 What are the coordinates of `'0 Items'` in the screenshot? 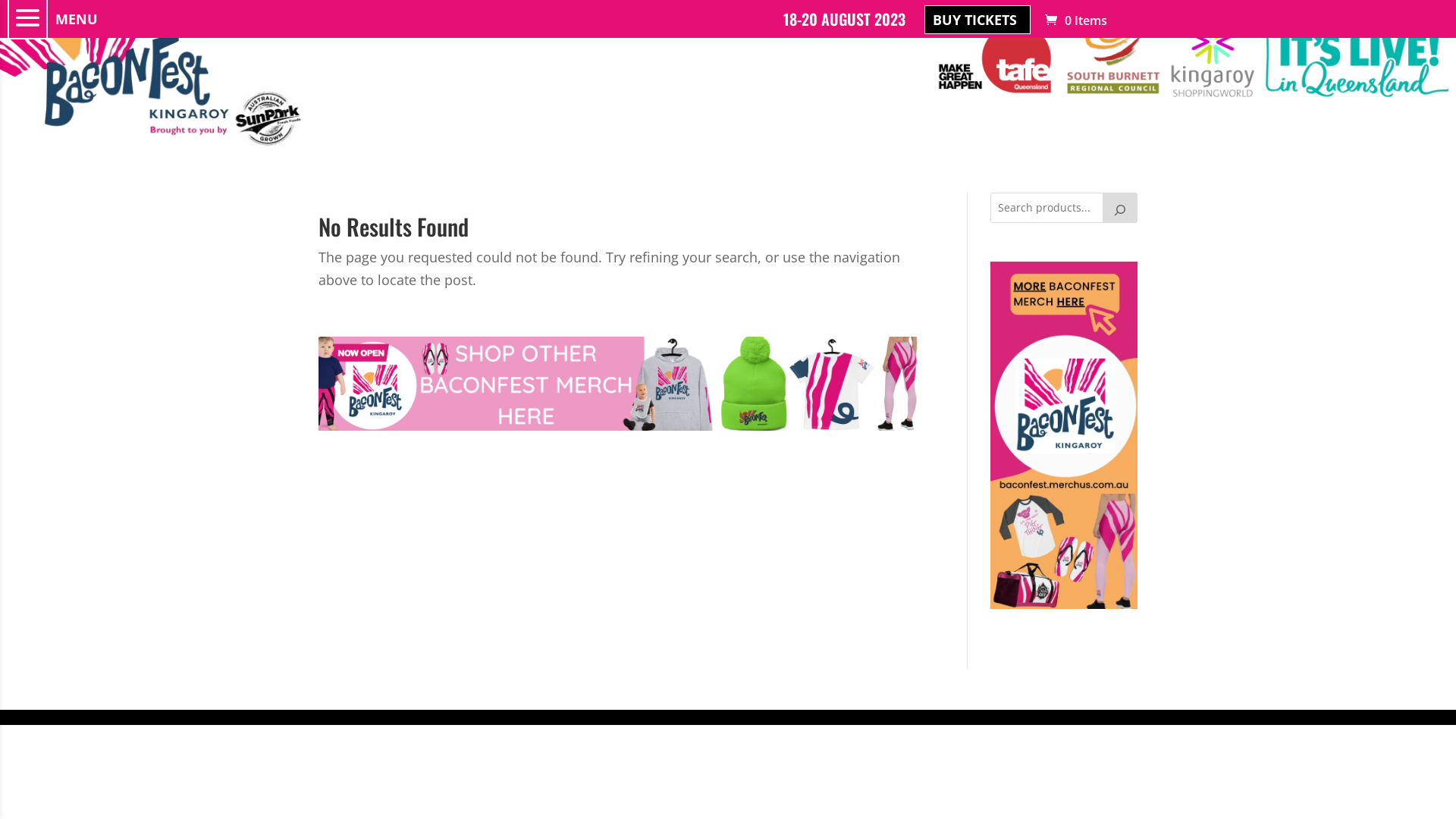 It's located at (1040, 20).